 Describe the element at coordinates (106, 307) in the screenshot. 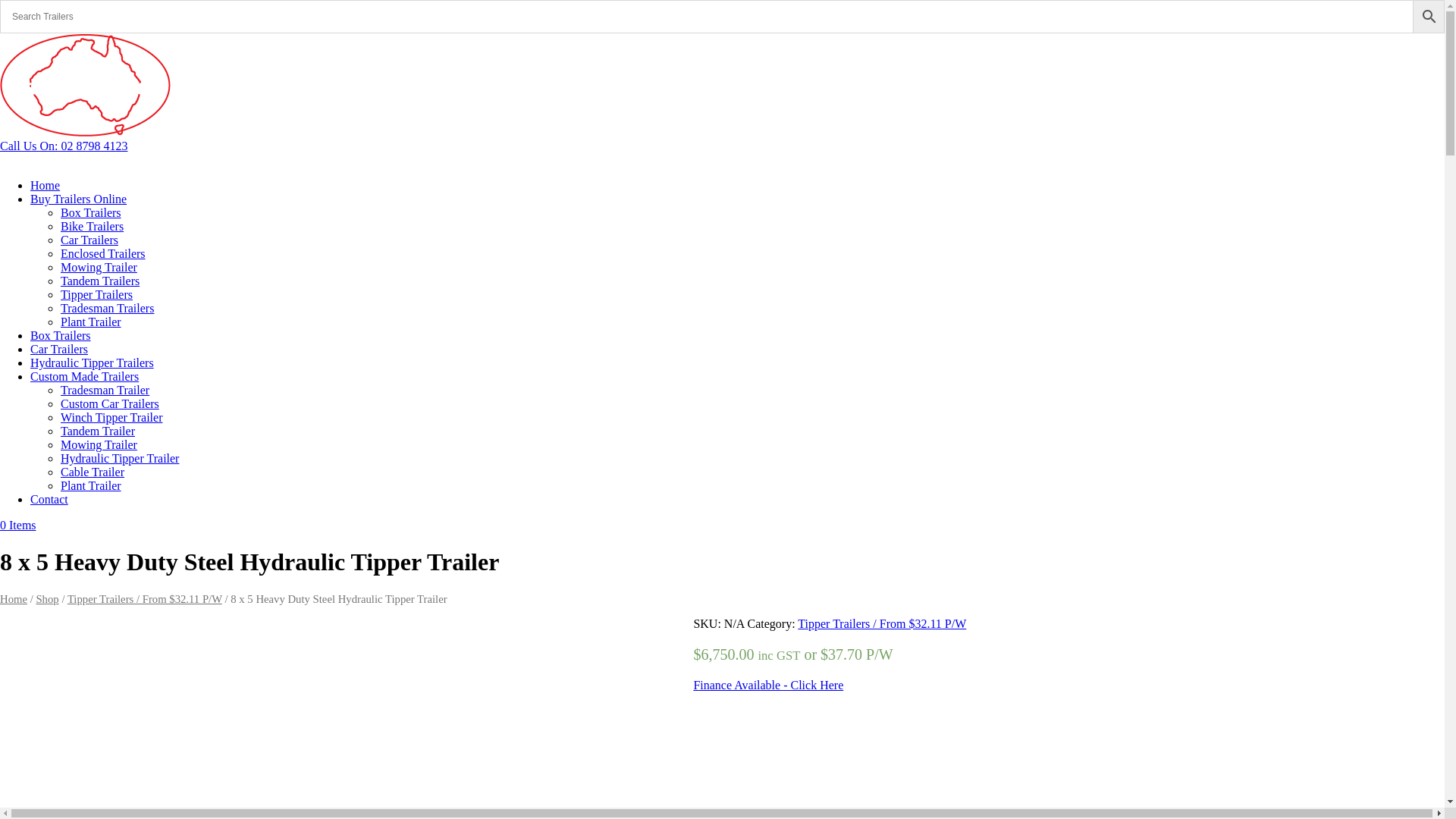

I see `'Tradesman Trailers'` at that location.